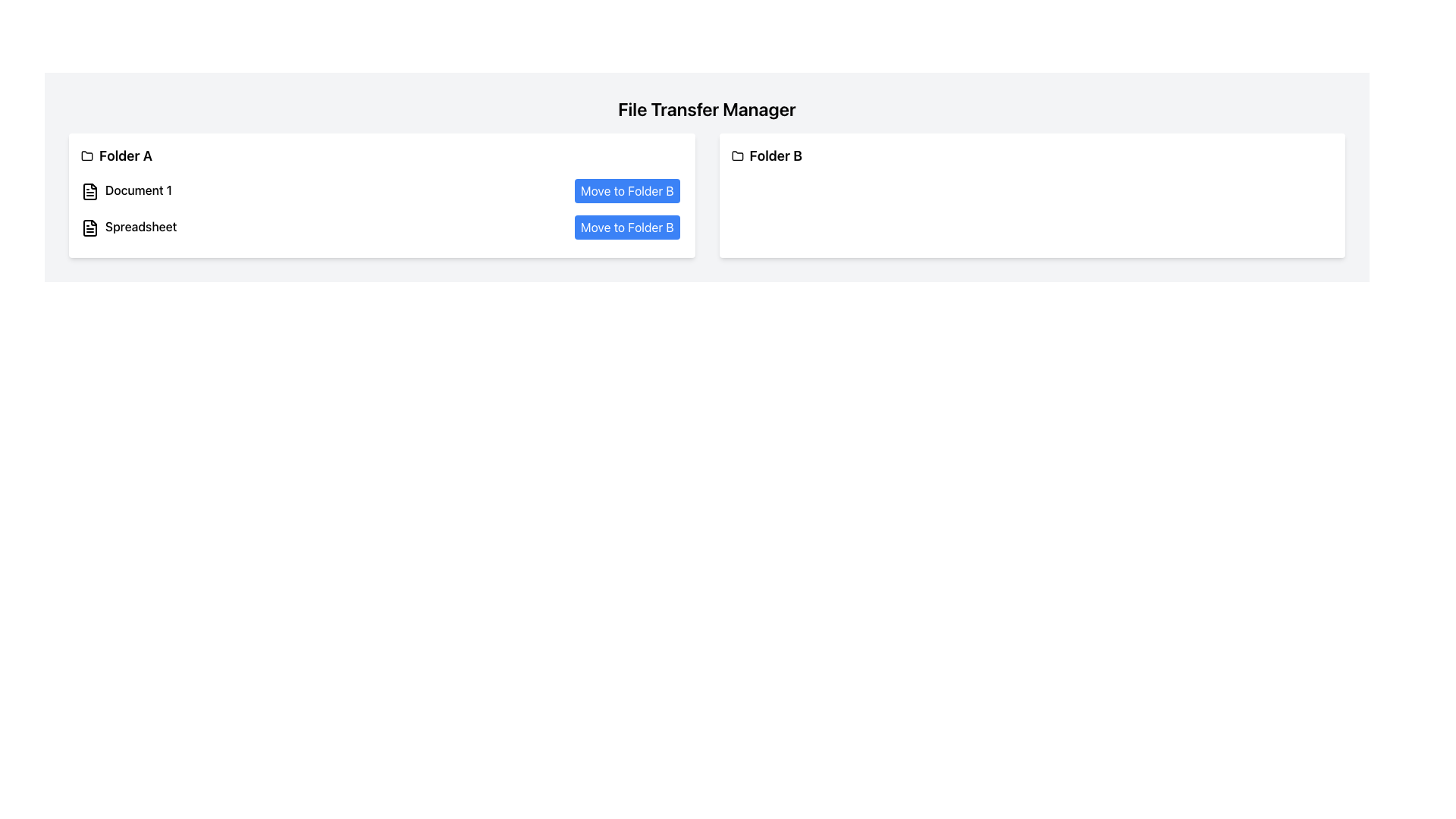 The image size is (1456, 819). Describe the element at coordinates (737, 155) in the screenshot. I see `the folder icon located in the top left corner of the right section of the interface, near the label 'Folder B'` at that location.